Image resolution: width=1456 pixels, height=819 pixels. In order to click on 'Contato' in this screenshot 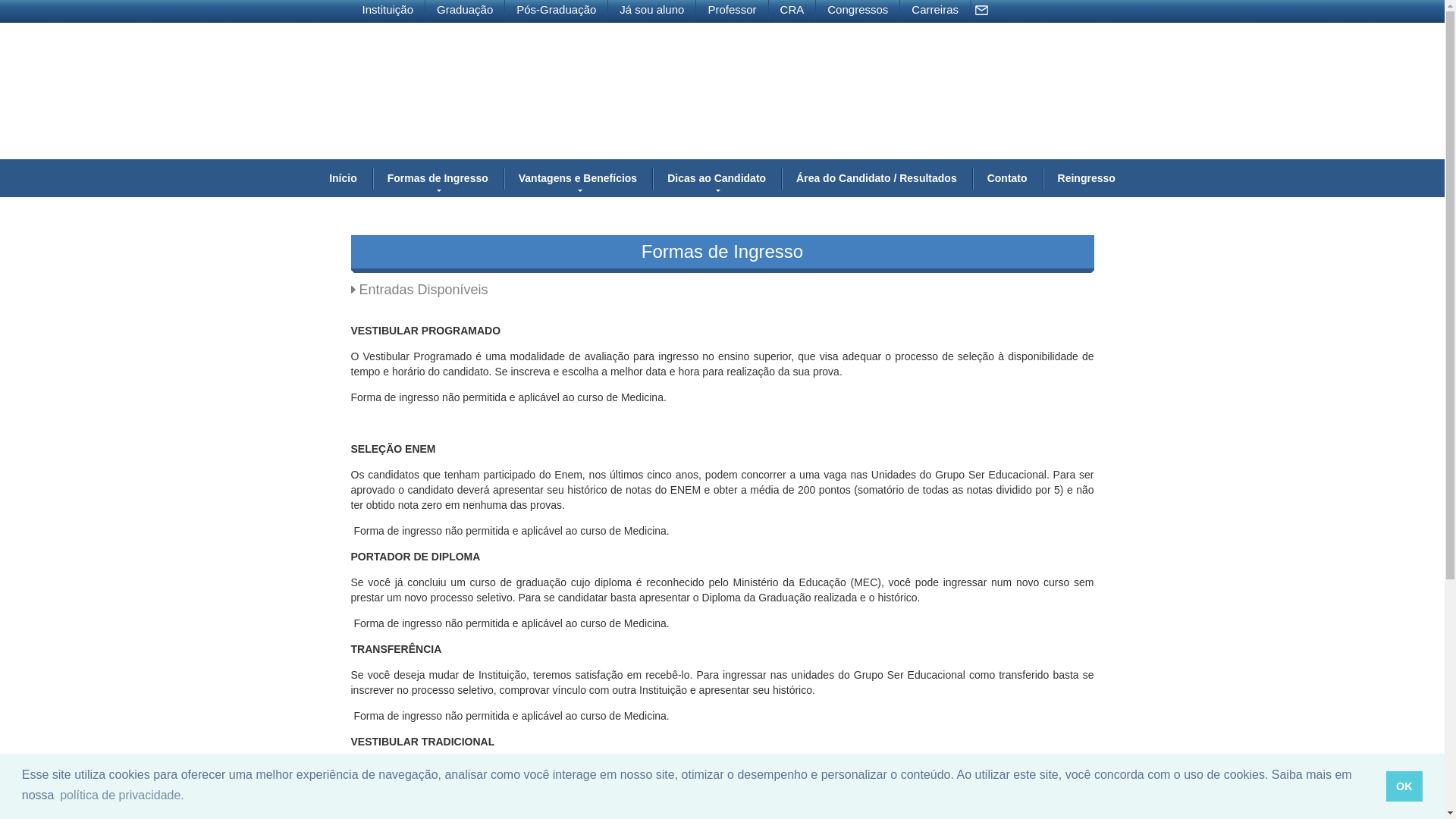, I will do `click(1007, 177)`.